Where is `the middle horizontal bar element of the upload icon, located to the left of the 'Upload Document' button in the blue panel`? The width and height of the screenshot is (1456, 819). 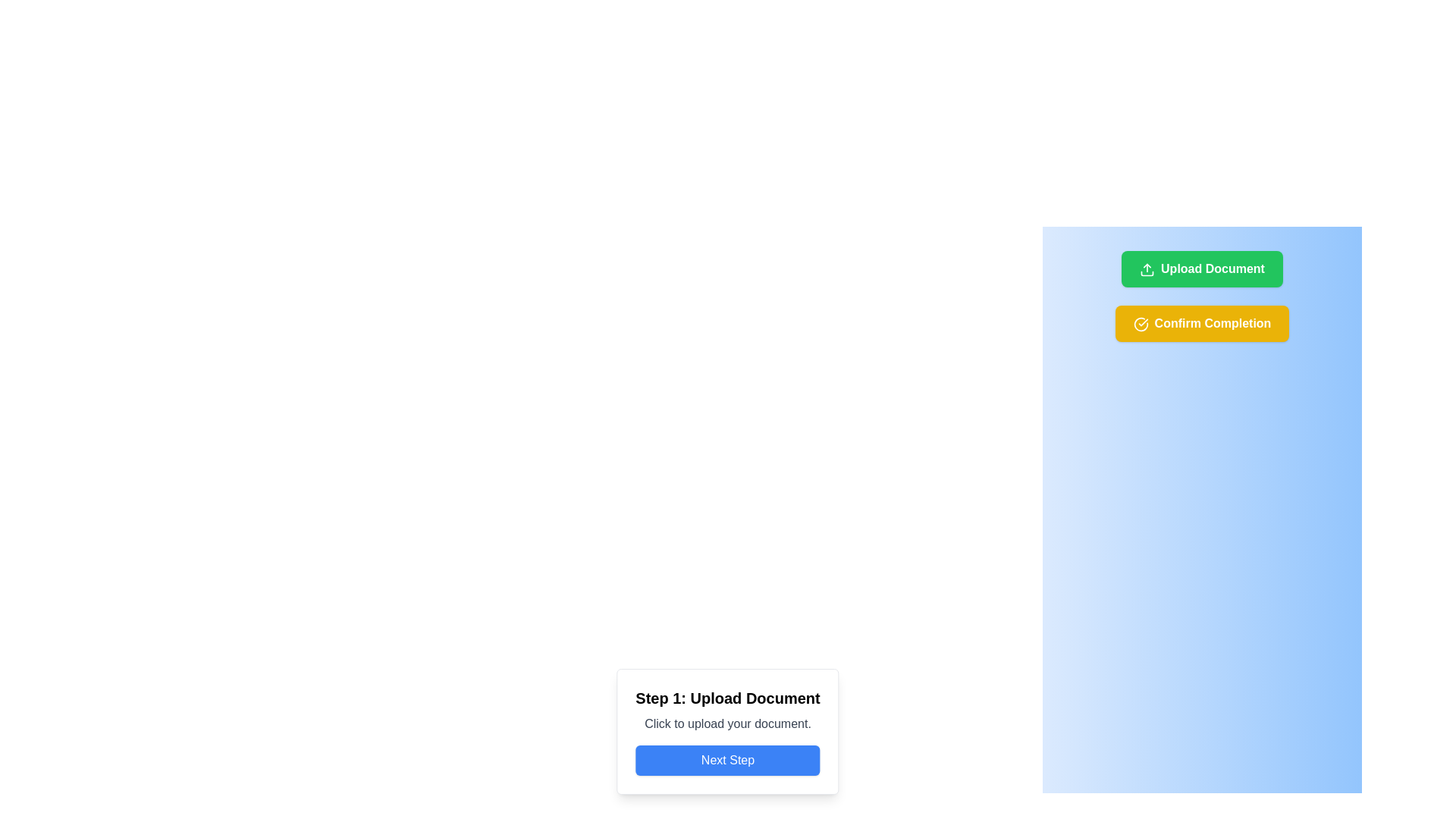
the middle horizontal bar element of the upload icon, located to the left of the 'Upload Document' button in the blue panel is located at coordinates (1147, 273).